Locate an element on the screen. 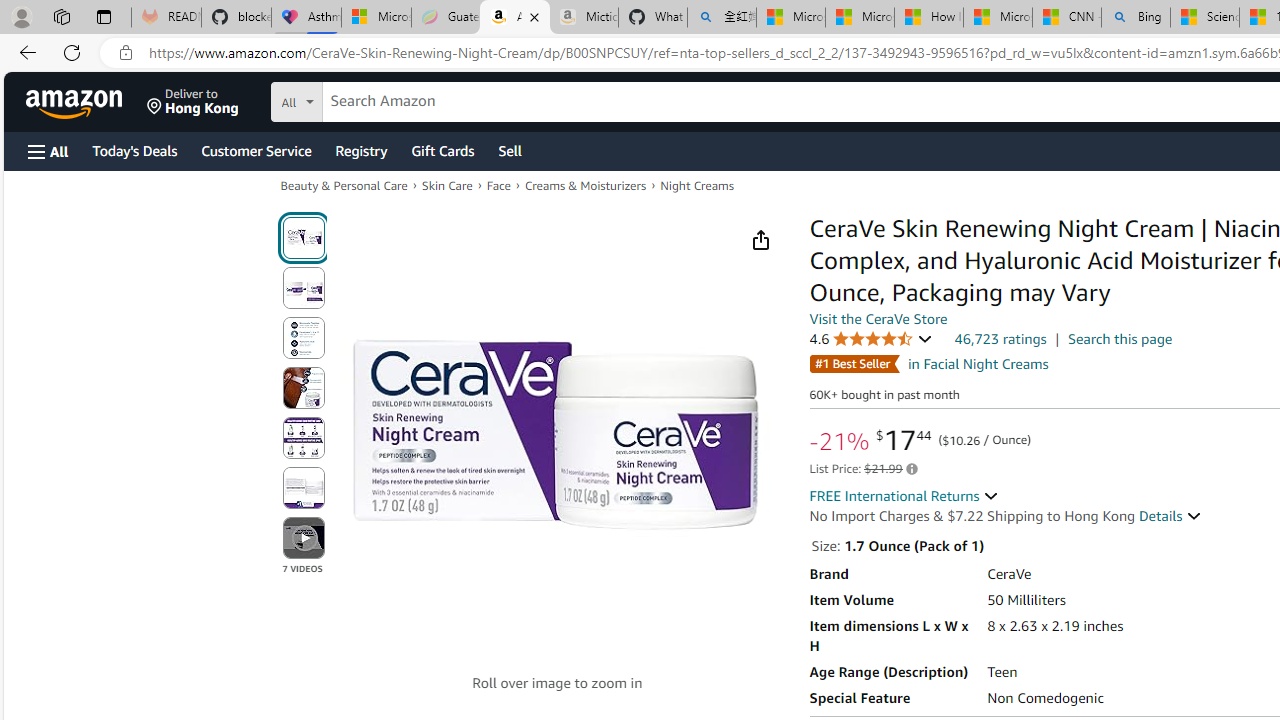 The width and height of the screenshot is (1280, 720). 'Customer Service' is located at coordinates (255, 149).